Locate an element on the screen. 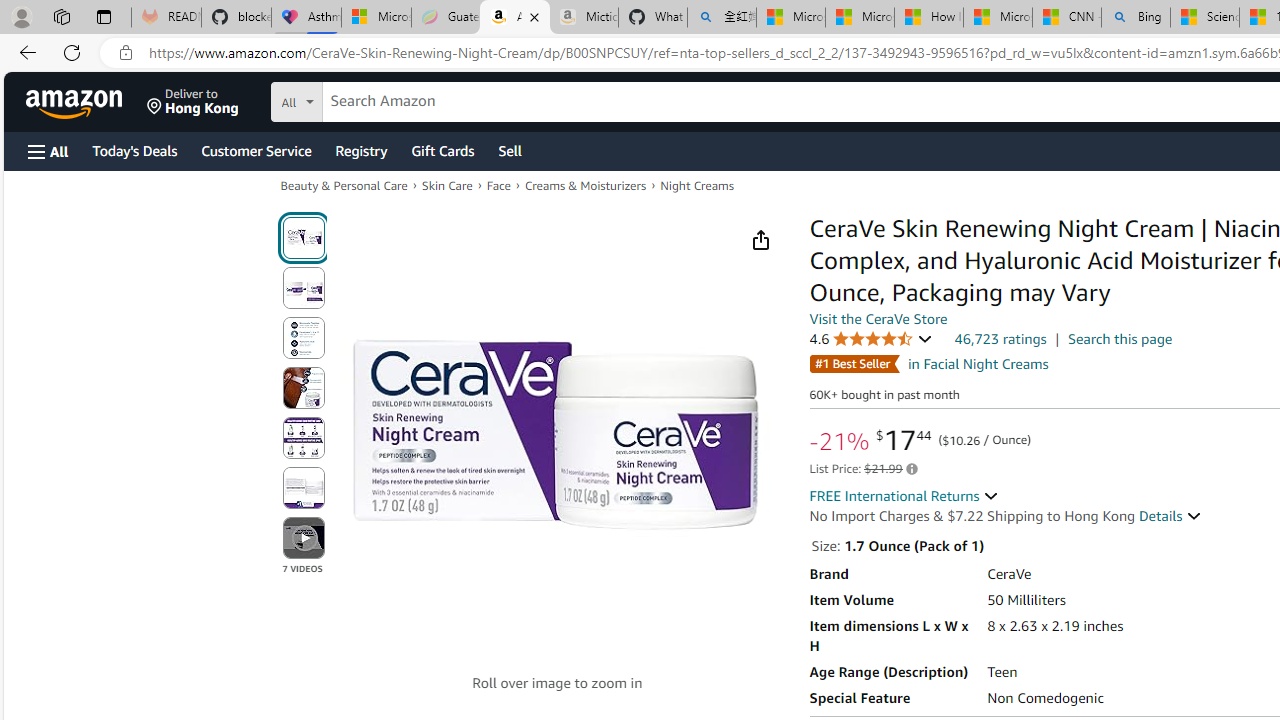 The width and height of the screenshot is (1280, 720). 'Customer Service' is located at coordinates (255, 149).